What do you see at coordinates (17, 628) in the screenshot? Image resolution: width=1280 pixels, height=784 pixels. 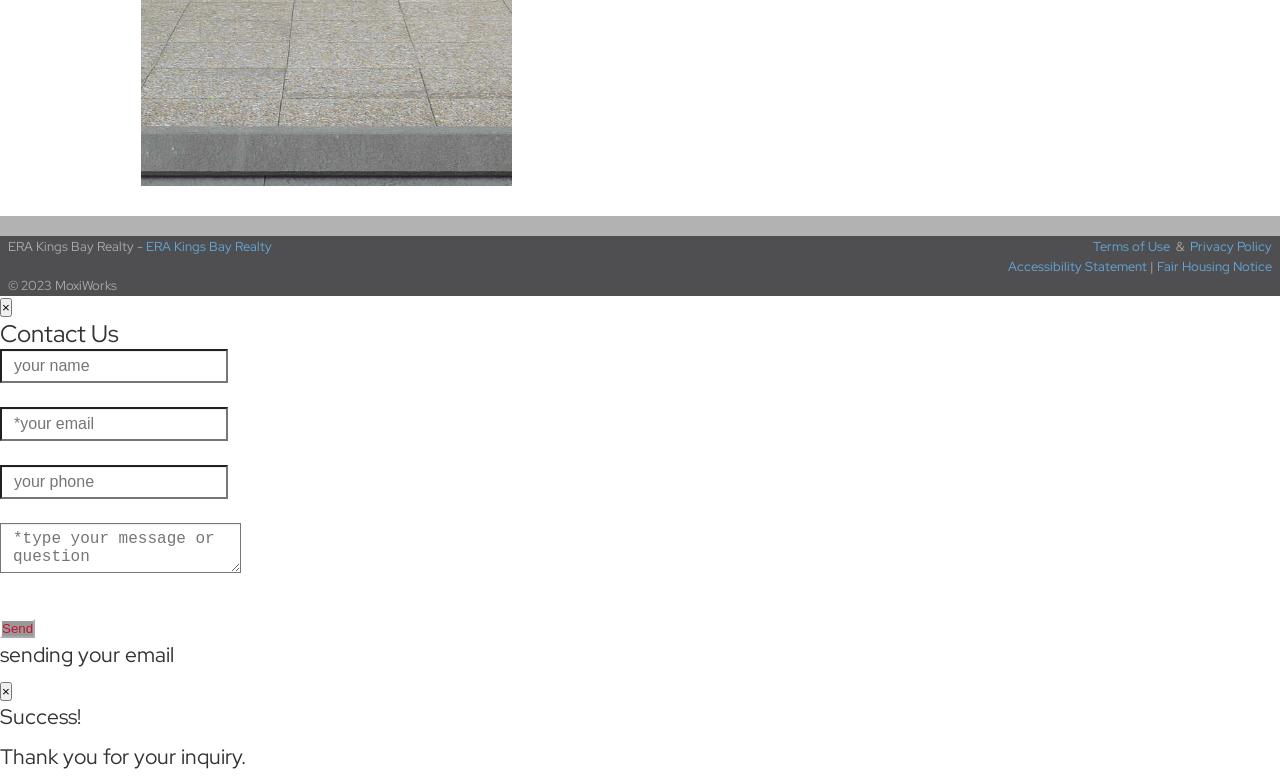 I see `'Send'` at bounding box center [17, 628].